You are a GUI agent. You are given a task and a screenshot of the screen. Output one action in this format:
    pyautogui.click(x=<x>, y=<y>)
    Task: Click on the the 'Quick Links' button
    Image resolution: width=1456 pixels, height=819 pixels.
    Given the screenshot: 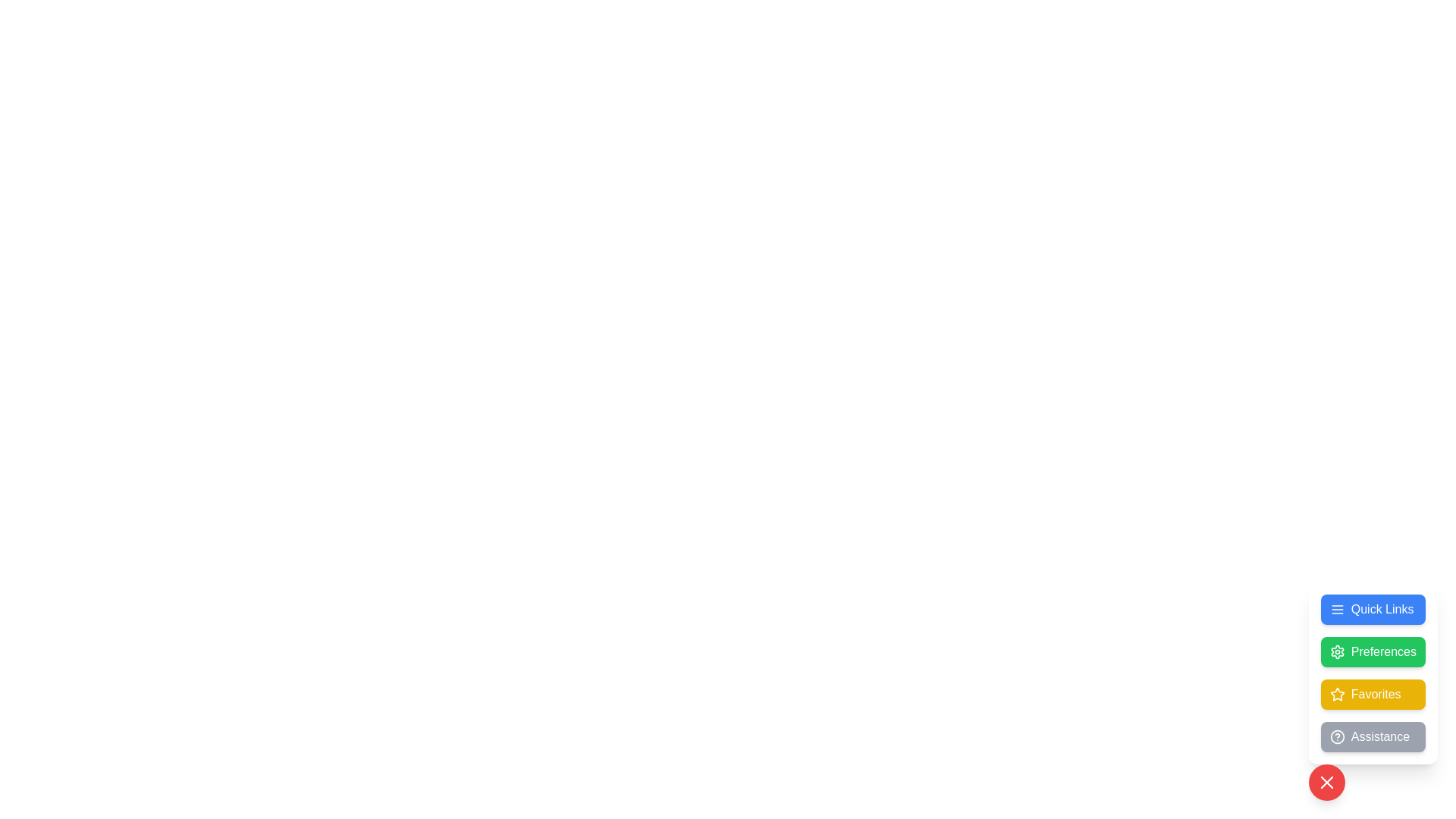 What is the action you would take?
    pyautogui.click(x=1373, y=608)
    